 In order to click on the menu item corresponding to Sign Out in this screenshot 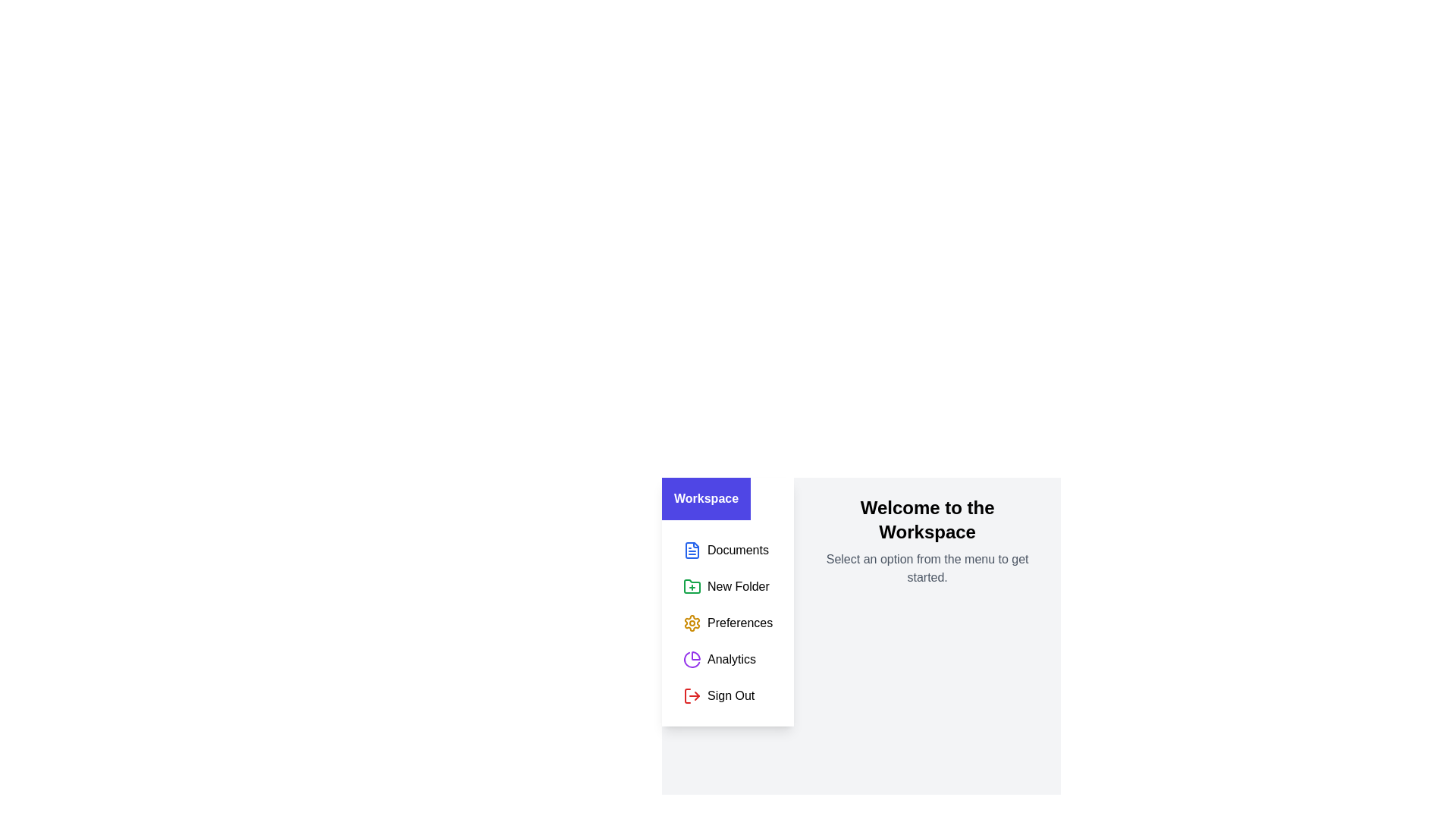, I will do `click(728, 696)`.